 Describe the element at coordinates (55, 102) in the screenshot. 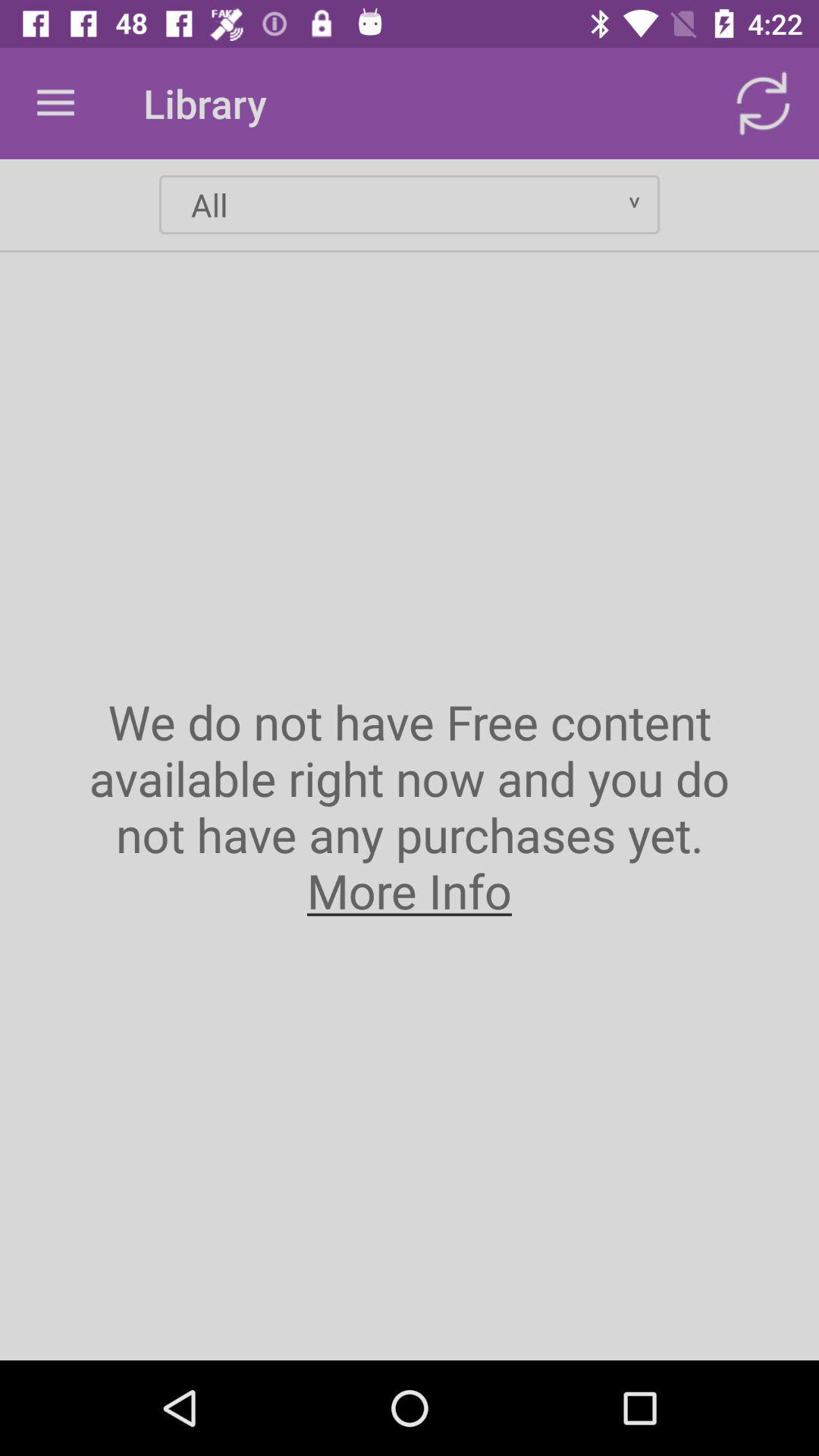

I see `item to the left of the library icon` at that location.